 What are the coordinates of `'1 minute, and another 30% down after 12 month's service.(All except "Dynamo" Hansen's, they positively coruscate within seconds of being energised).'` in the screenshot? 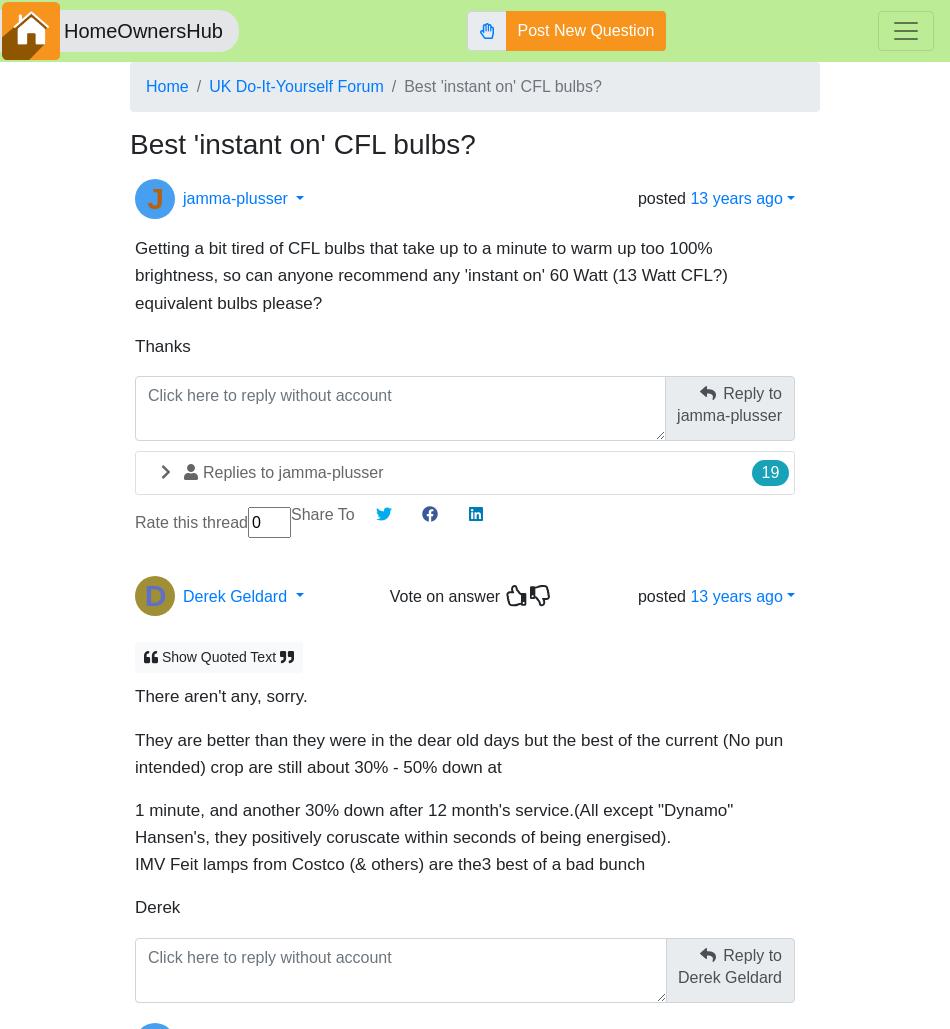 It's located at (432, 813).